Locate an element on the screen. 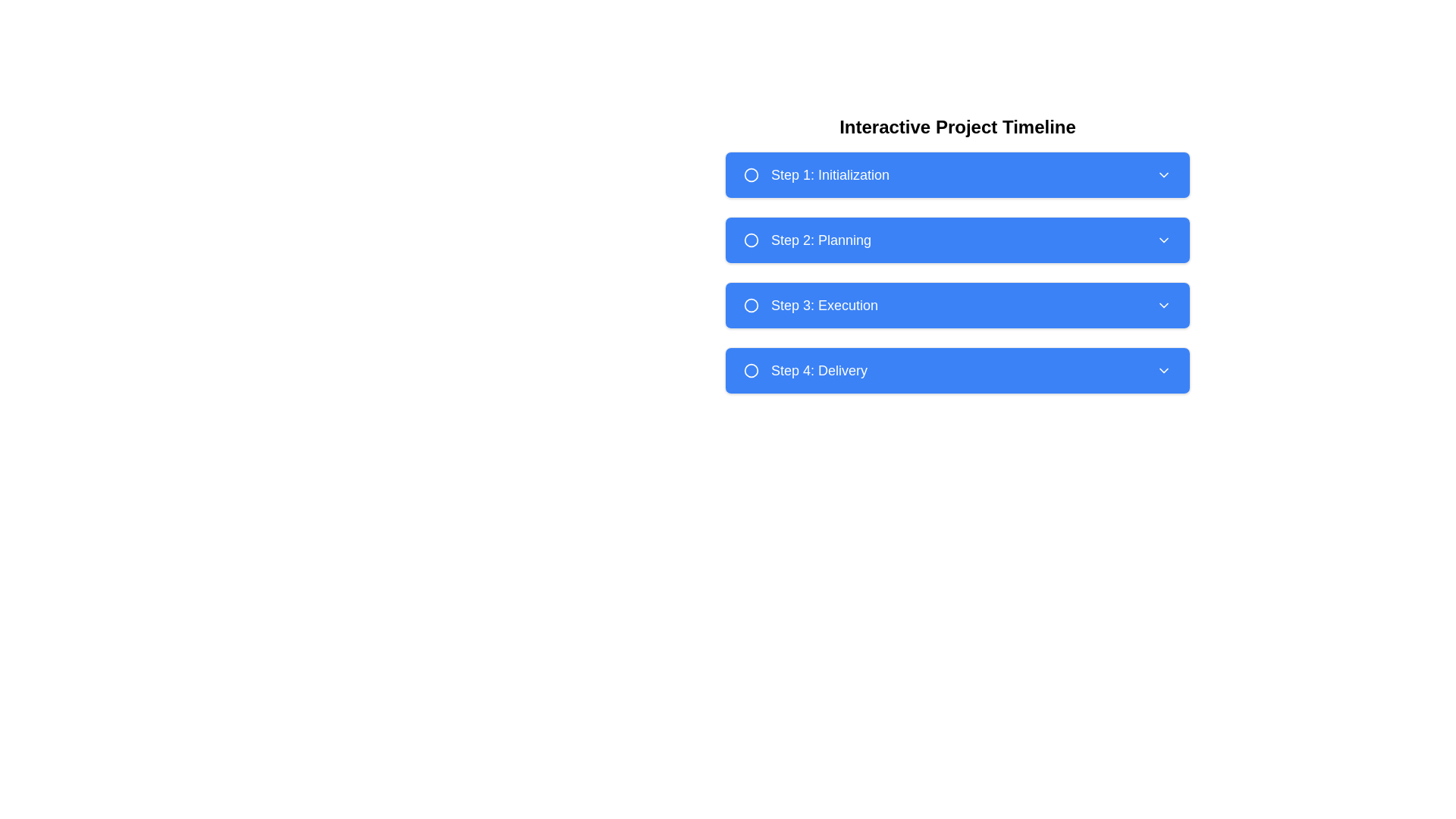 The height and width of the screenshot is (819, 1456). the text label indicating the current stage of the process as 'Execution', part of the third entry in a vertically aligned list of steps is located at coordinates (824, 305).